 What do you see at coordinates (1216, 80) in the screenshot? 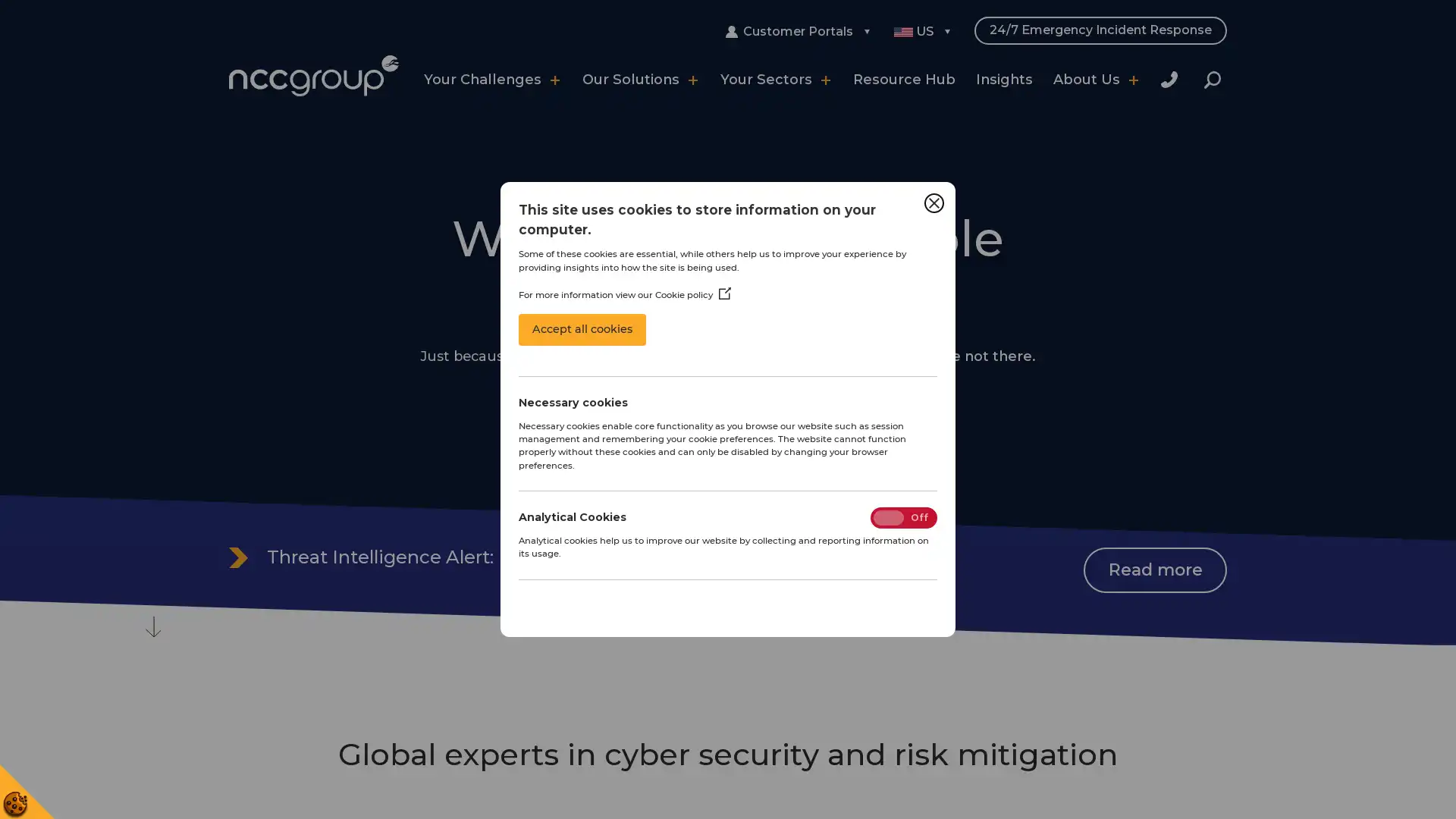
I see `Search` at bounding box center [1216, 80].